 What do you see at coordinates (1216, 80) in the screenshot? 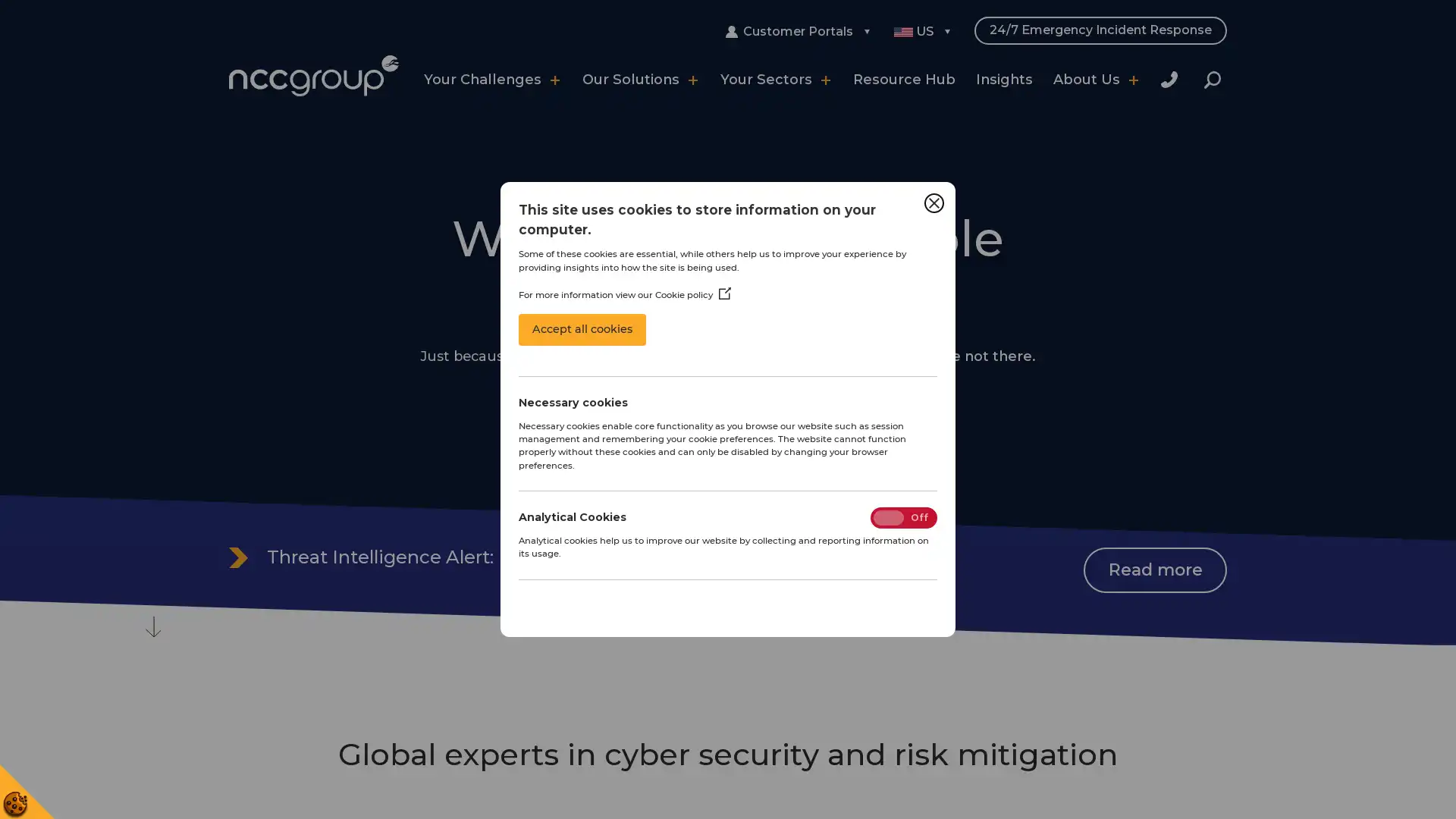
I see `Search` at bounding box center [1216, 80].